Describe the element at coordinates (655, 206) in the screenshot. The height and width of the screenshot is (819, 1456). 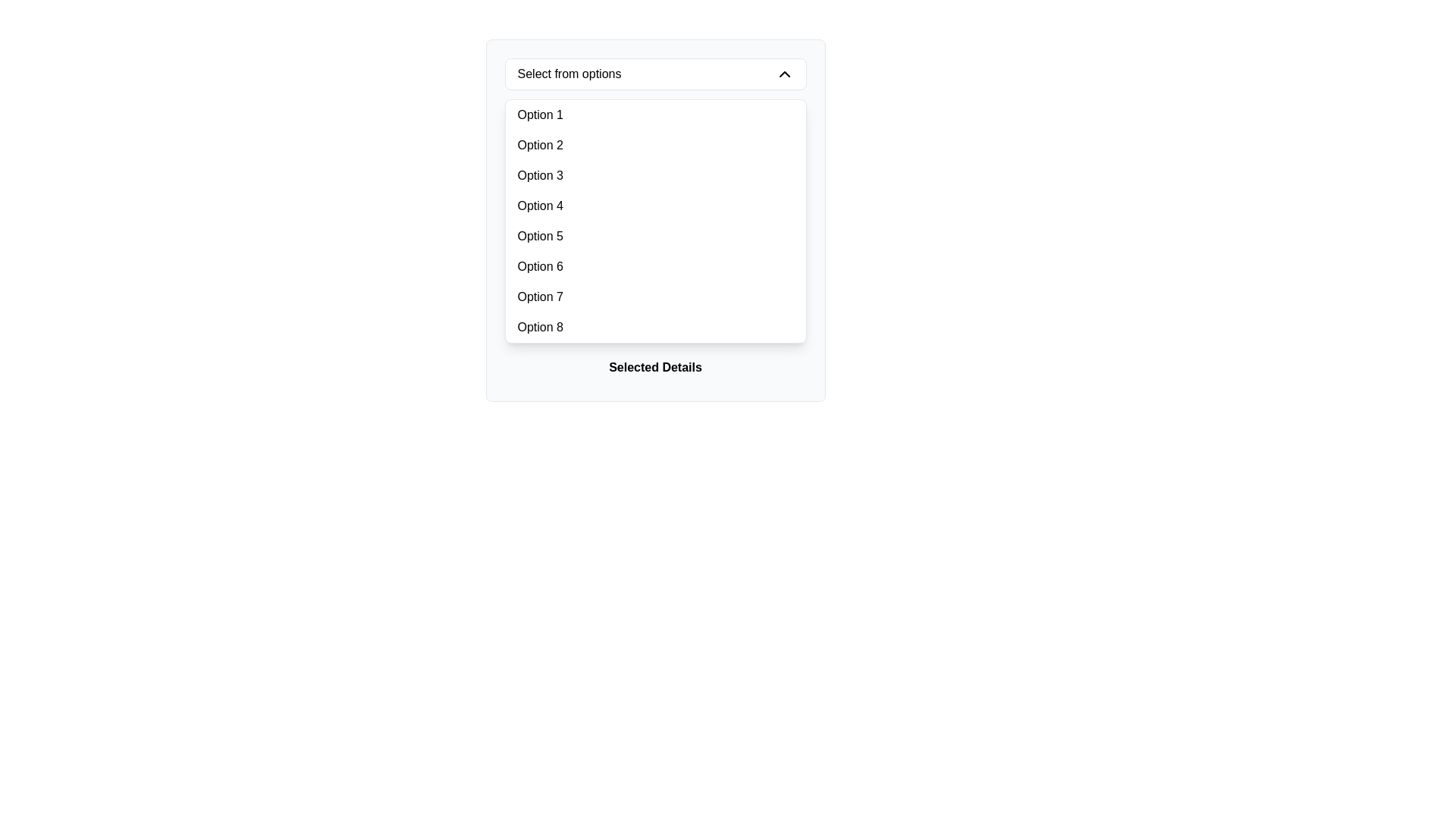
I see `the fourth list item in the dropdown menu labeled 'Option 4'` at that location.